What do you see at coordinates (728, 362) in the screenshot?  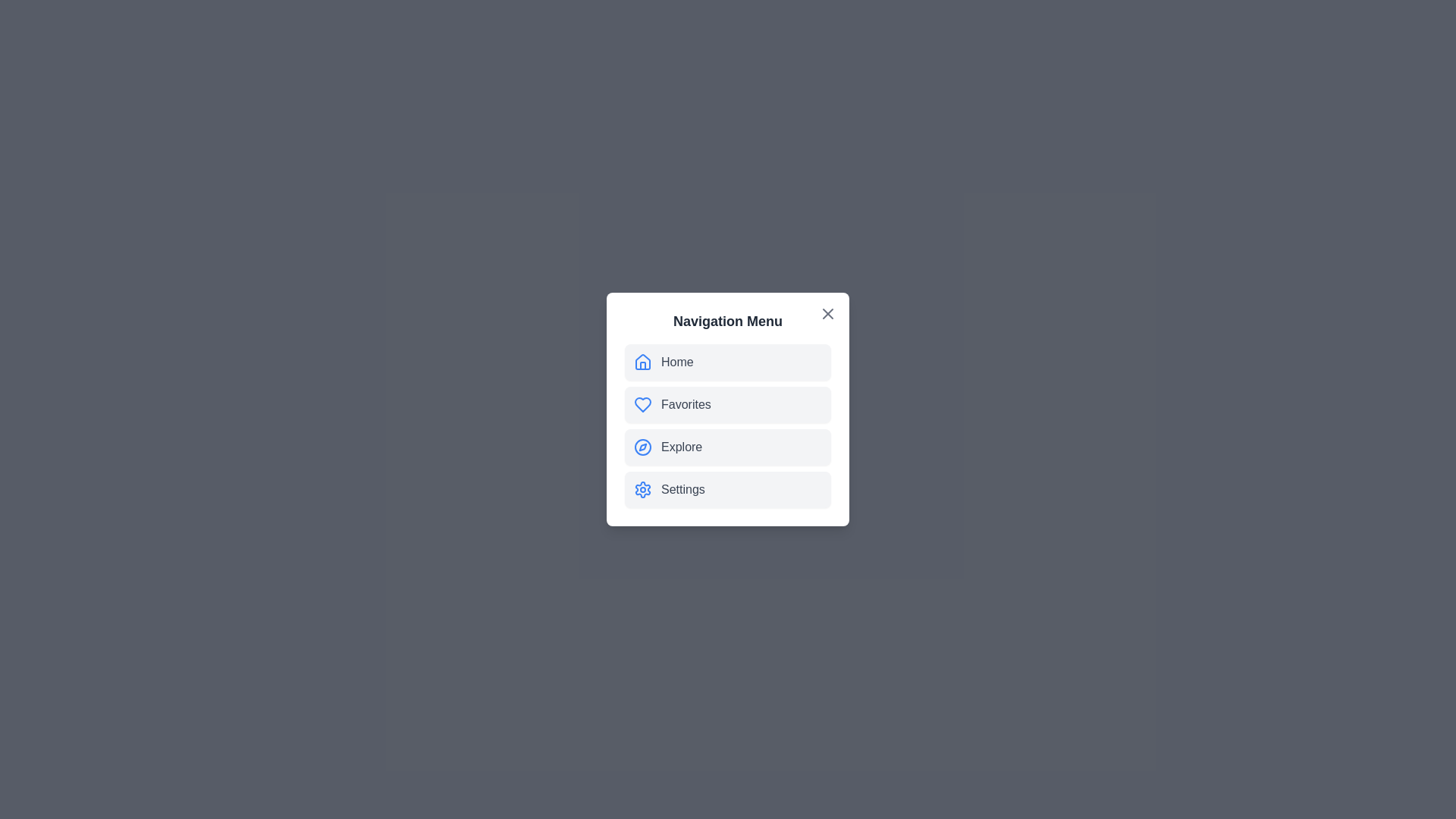 I see `the Home navigation item to select it` at bounding box center [728, 362].